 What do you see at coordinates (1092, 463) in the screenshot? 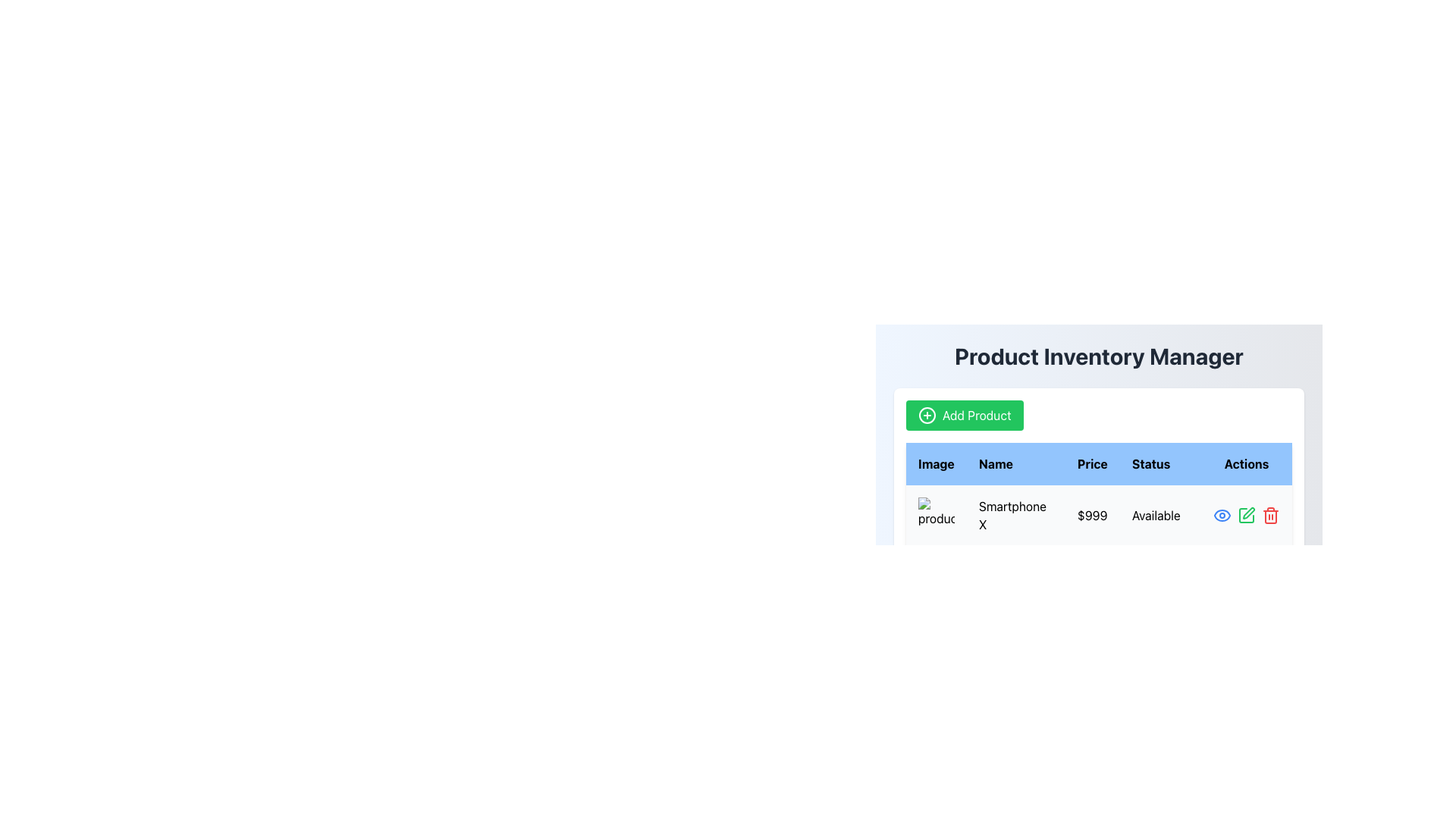
I see `the 'Price' text label, which is centrally aligned and styled on a blue background, located in the header row of a table-like layout` at bounding box center [1092, 463].